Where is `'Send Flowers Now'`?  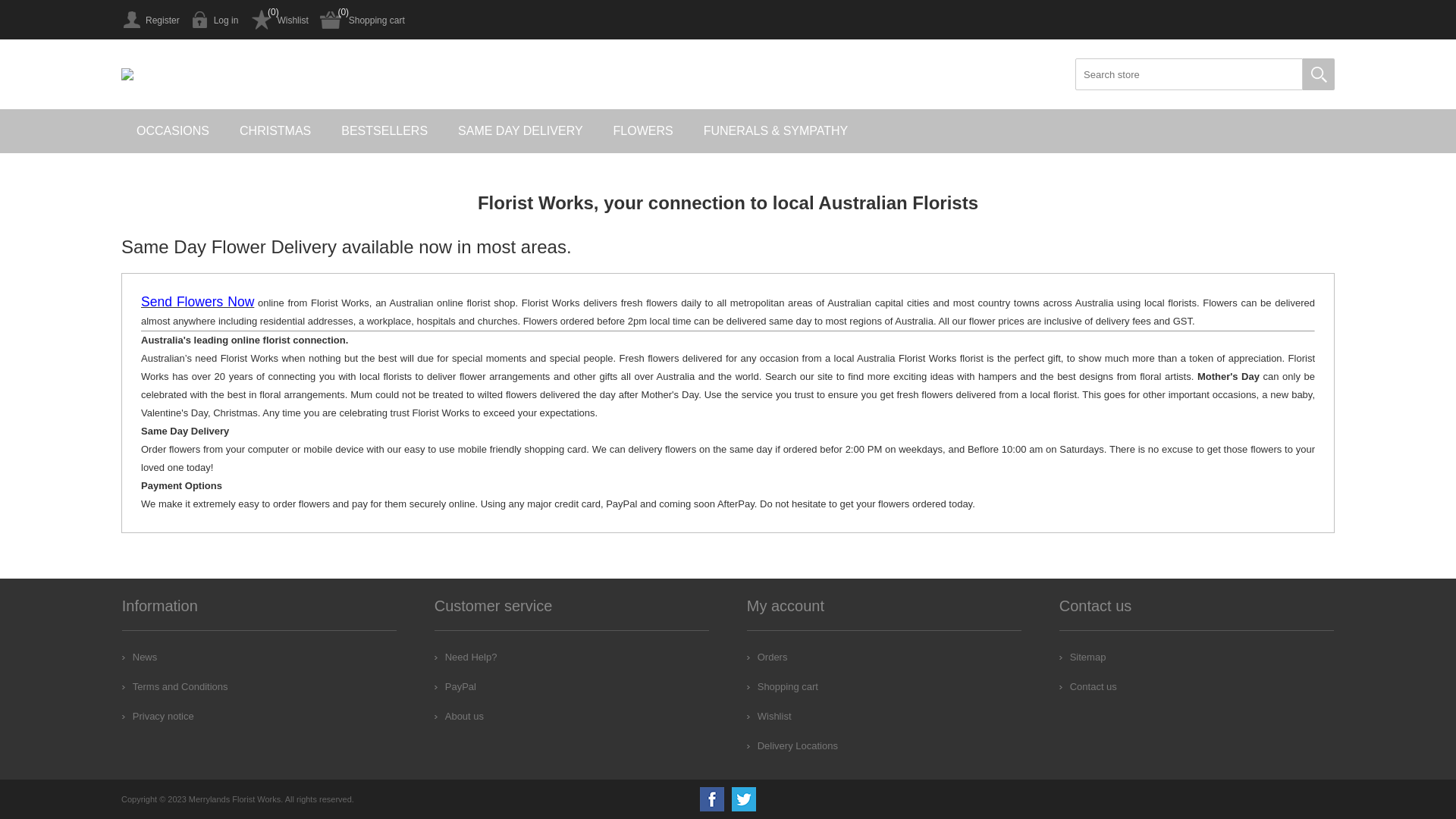
'Send Flowers Now' is located at coordinates (196, 303).